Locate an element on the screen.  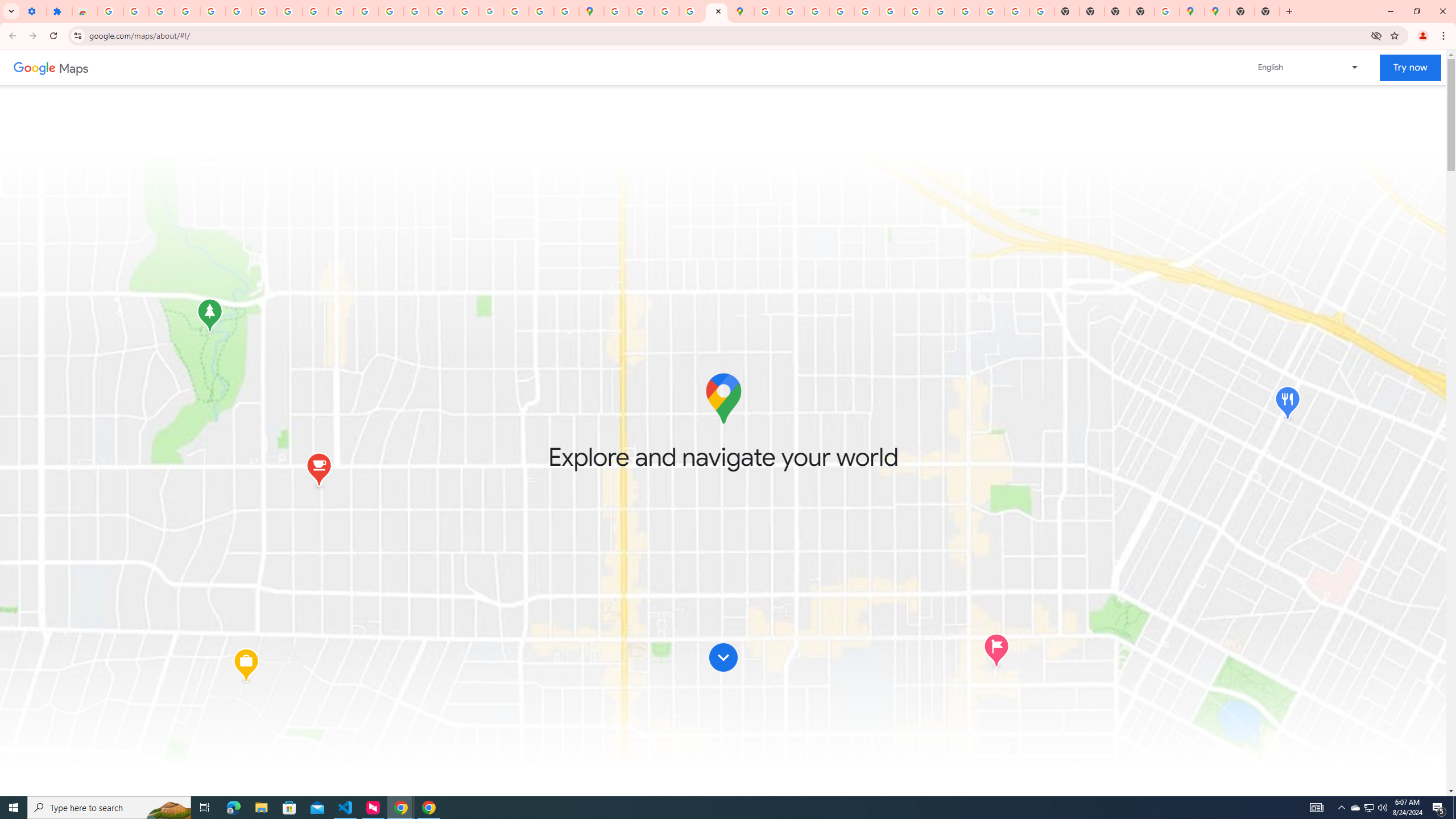
'New Tab' is located at coordinates (1266, 11).